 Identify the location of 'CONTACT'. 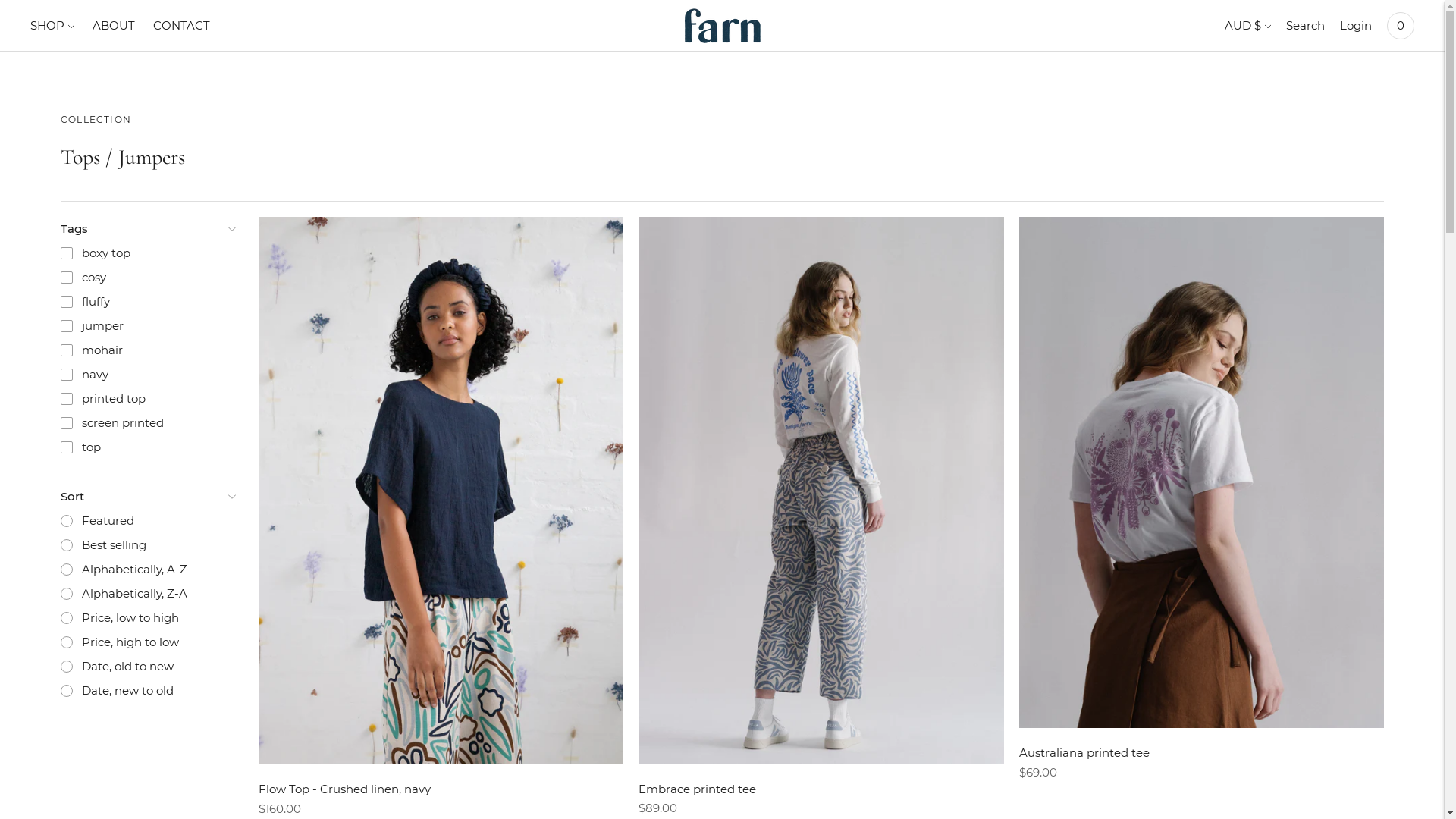
(181, 26).